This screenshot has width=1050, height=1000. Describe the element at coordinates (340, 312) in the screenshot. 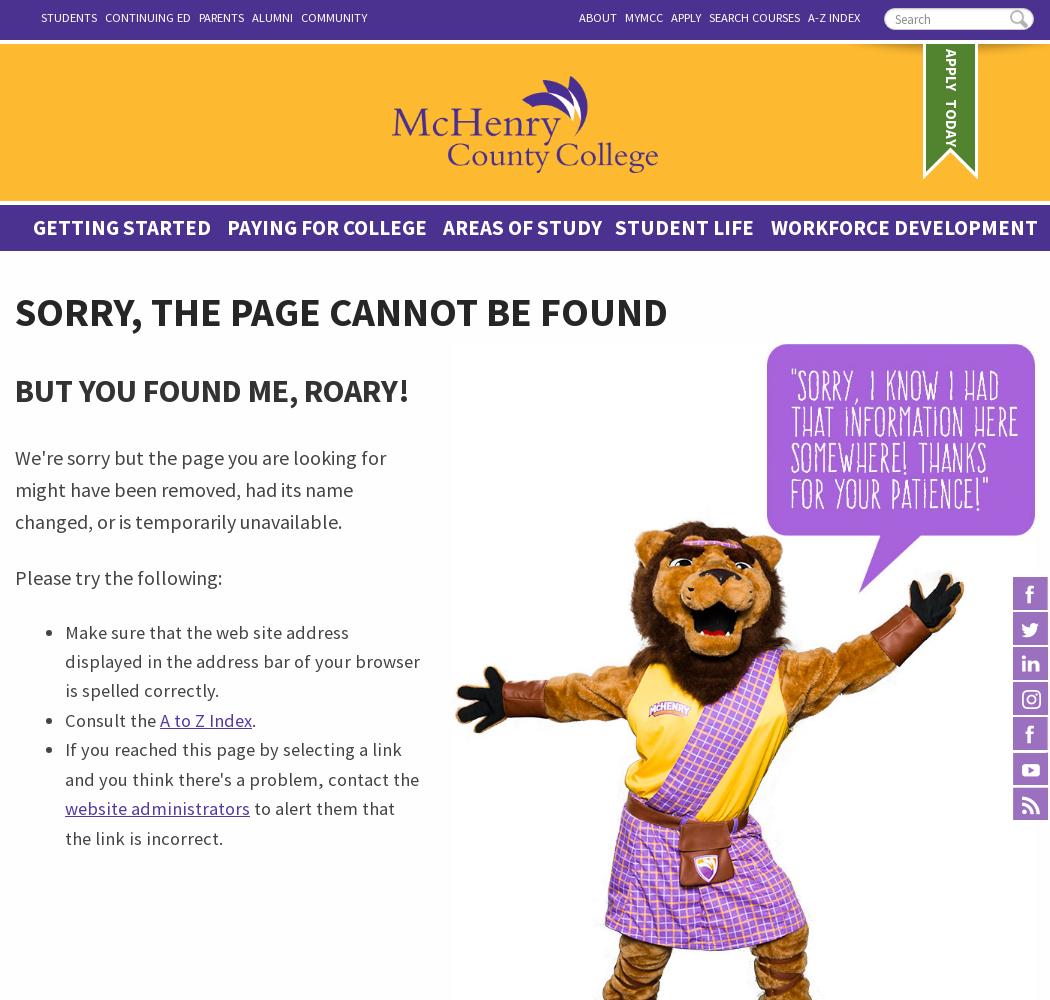

I see `'Sorry, the page cannot be found'` at that location.